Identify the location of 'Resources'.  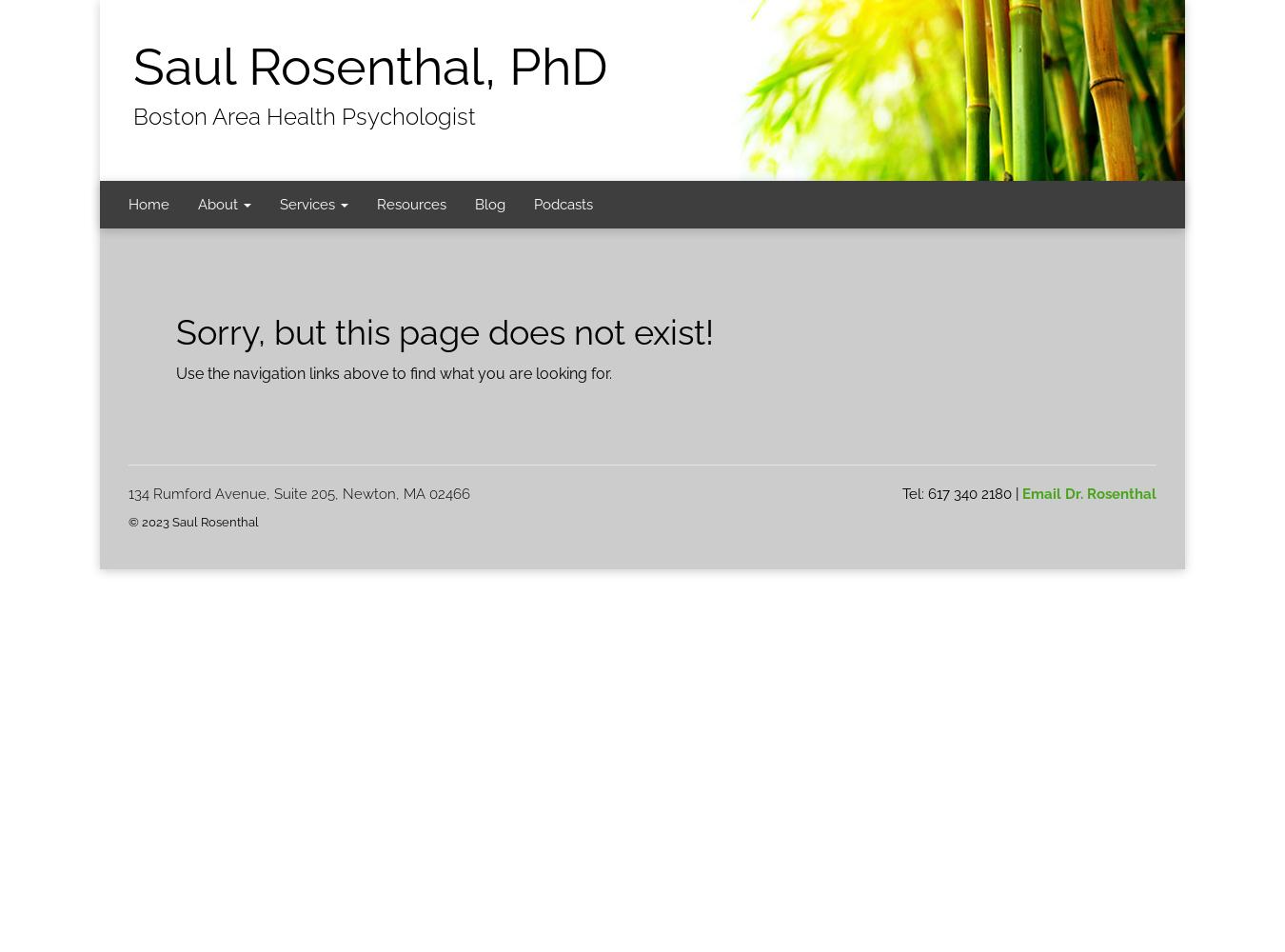
(376, 204).